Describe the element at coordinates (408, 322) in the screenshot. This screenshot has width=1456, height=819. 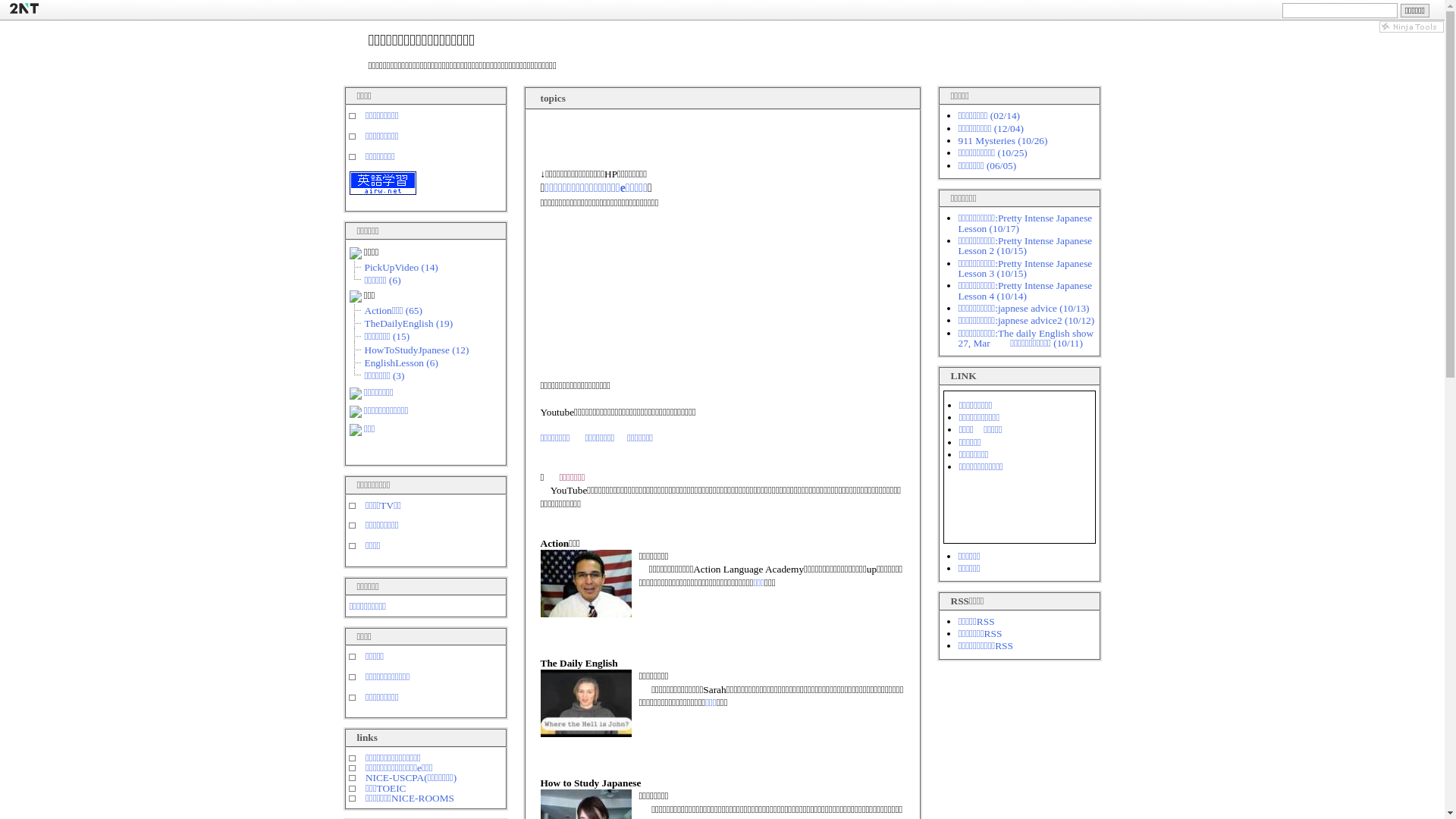
I see `'TheDailyEnglish (19)'` at that location.